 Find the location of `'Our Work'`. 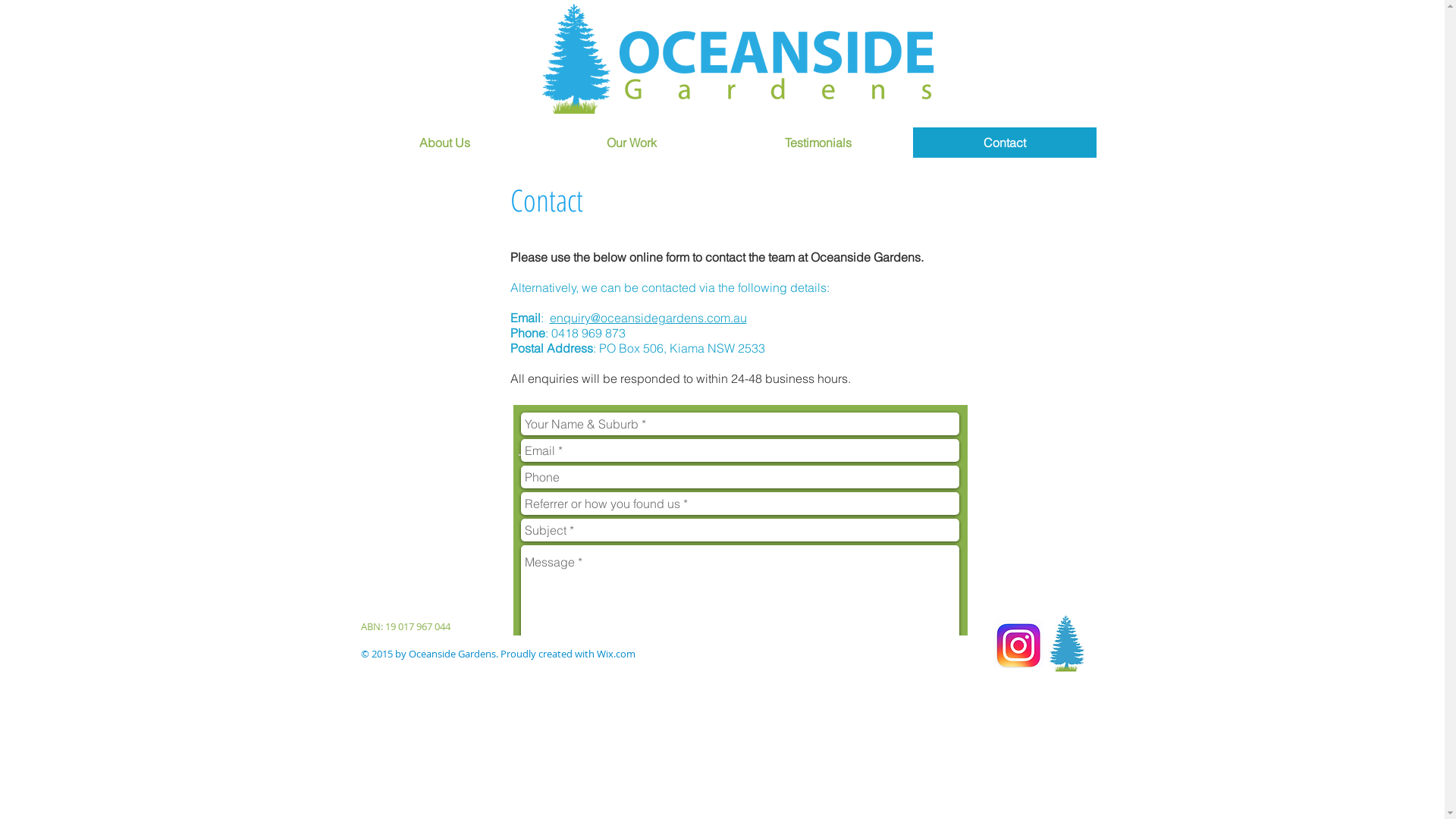

'Our Work' is located at coordinates (632, 143).